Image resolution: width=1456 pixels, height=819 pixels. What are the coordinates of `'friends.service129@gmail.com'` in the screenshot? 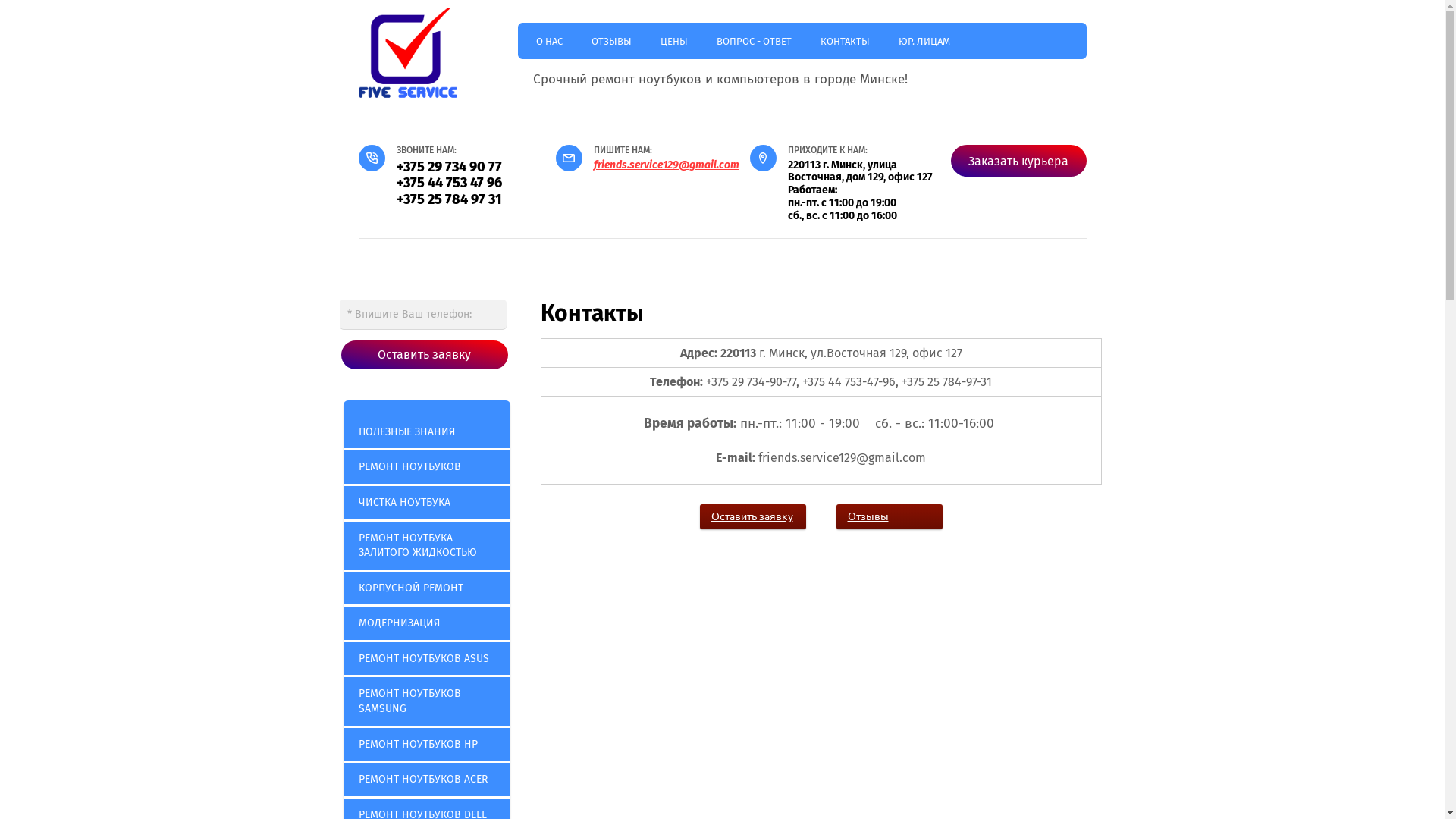 It's located at (666, 165).